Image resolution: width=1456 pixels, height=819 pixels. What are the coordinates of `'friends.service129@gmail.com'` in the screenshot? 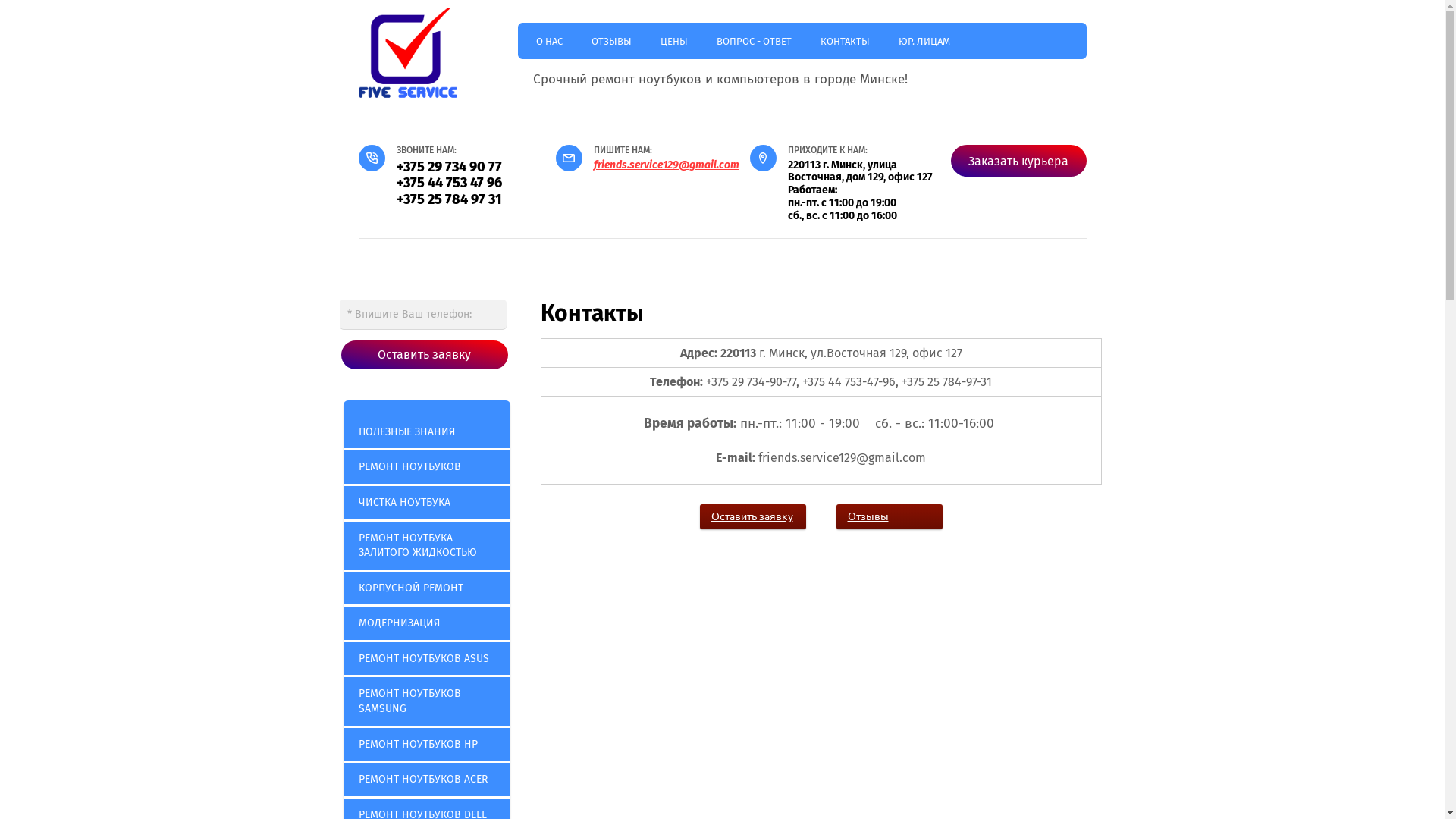 It's located at (666, 165).